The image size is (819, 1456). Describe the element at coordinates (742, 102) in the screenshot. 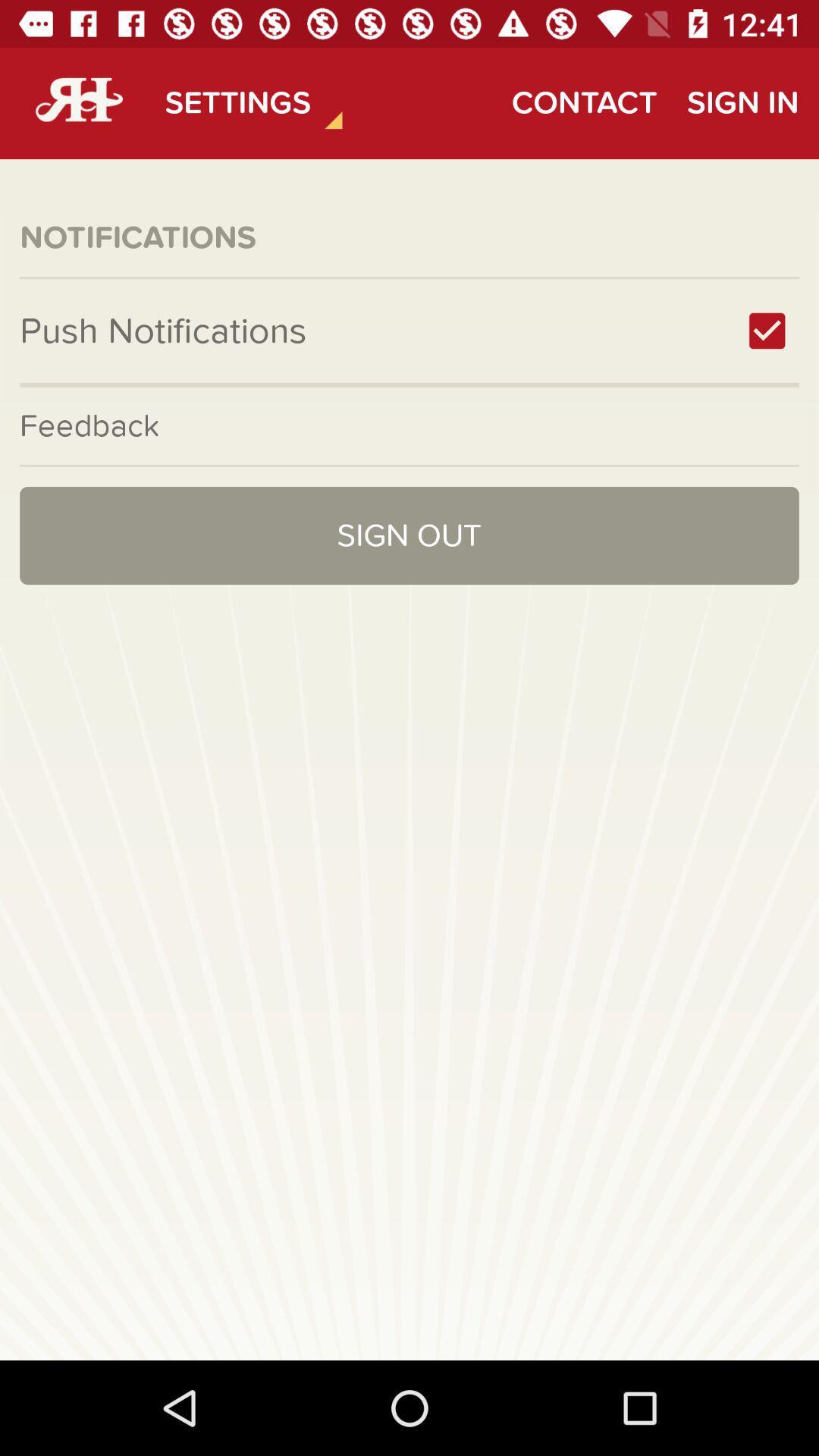

I see `icon next to contact icon` at that location.